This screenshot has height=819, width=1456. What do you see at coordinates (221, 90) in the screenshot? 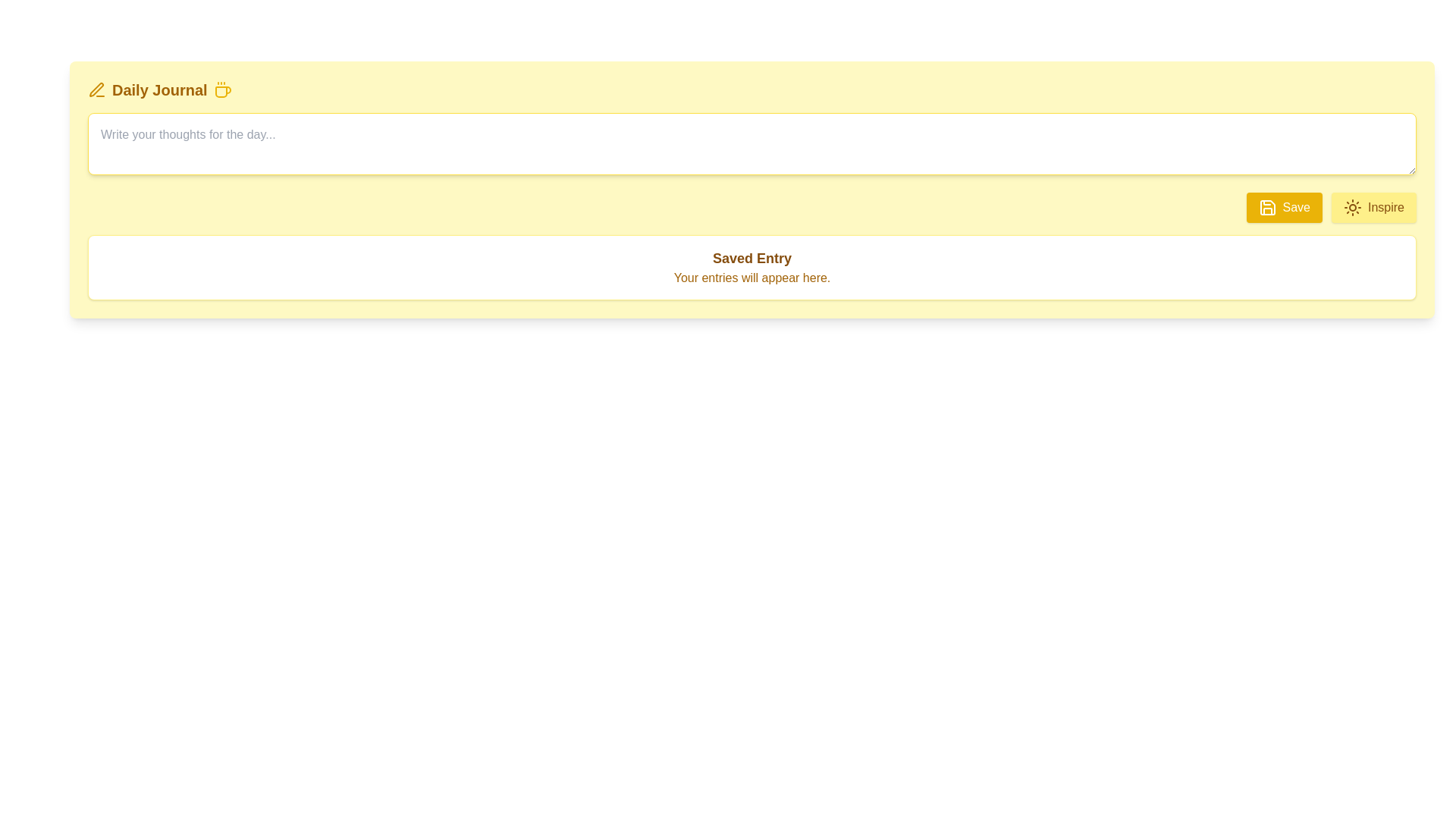
I see `the Daily Journal icon located in the top-right section of the header bar, adjacent to the text 'Daily Journal'` at bounding box center [221, 90].